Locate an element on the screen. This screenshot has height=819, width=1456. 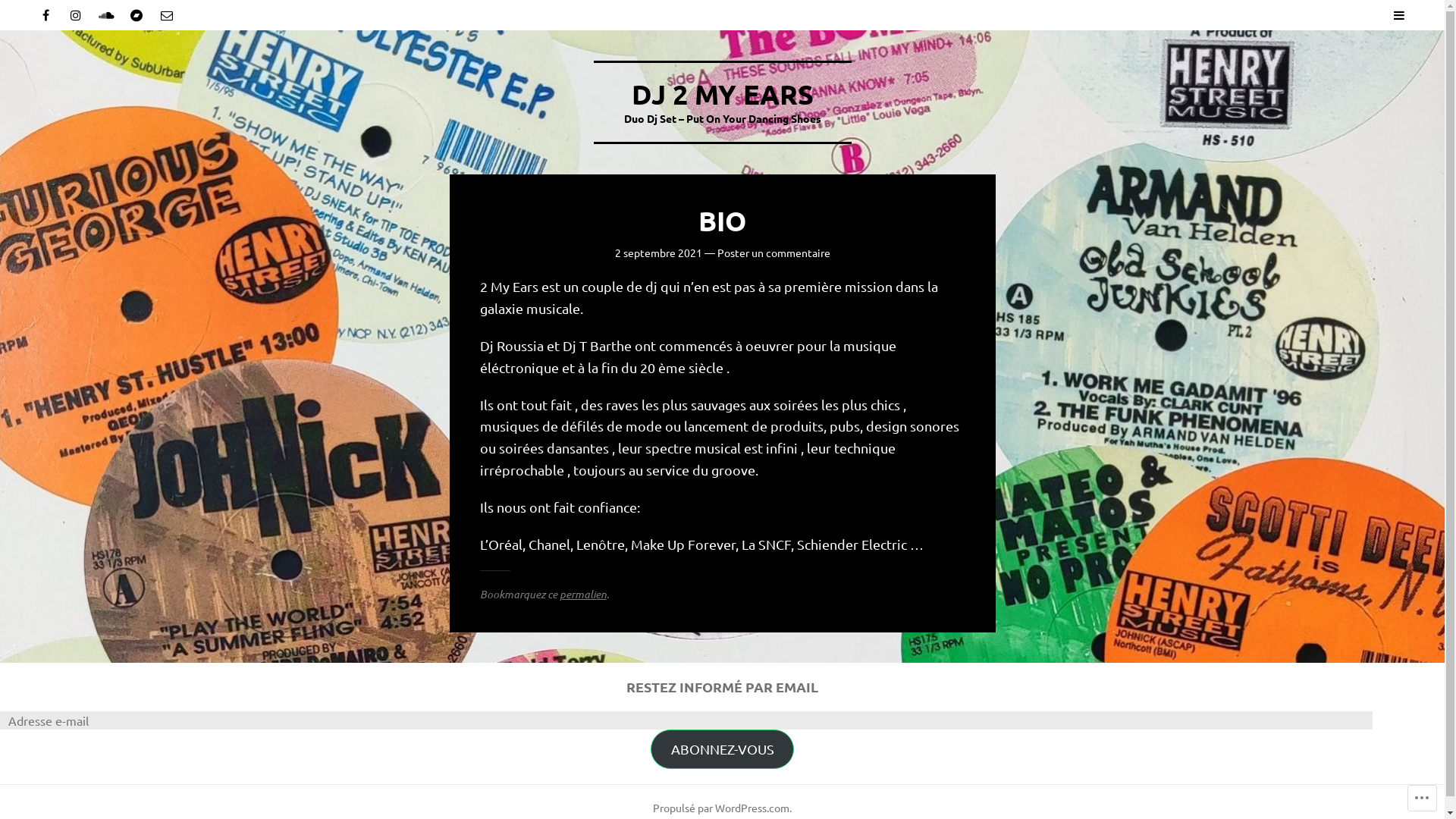
'BIO' is located at coordinates (721, 220).